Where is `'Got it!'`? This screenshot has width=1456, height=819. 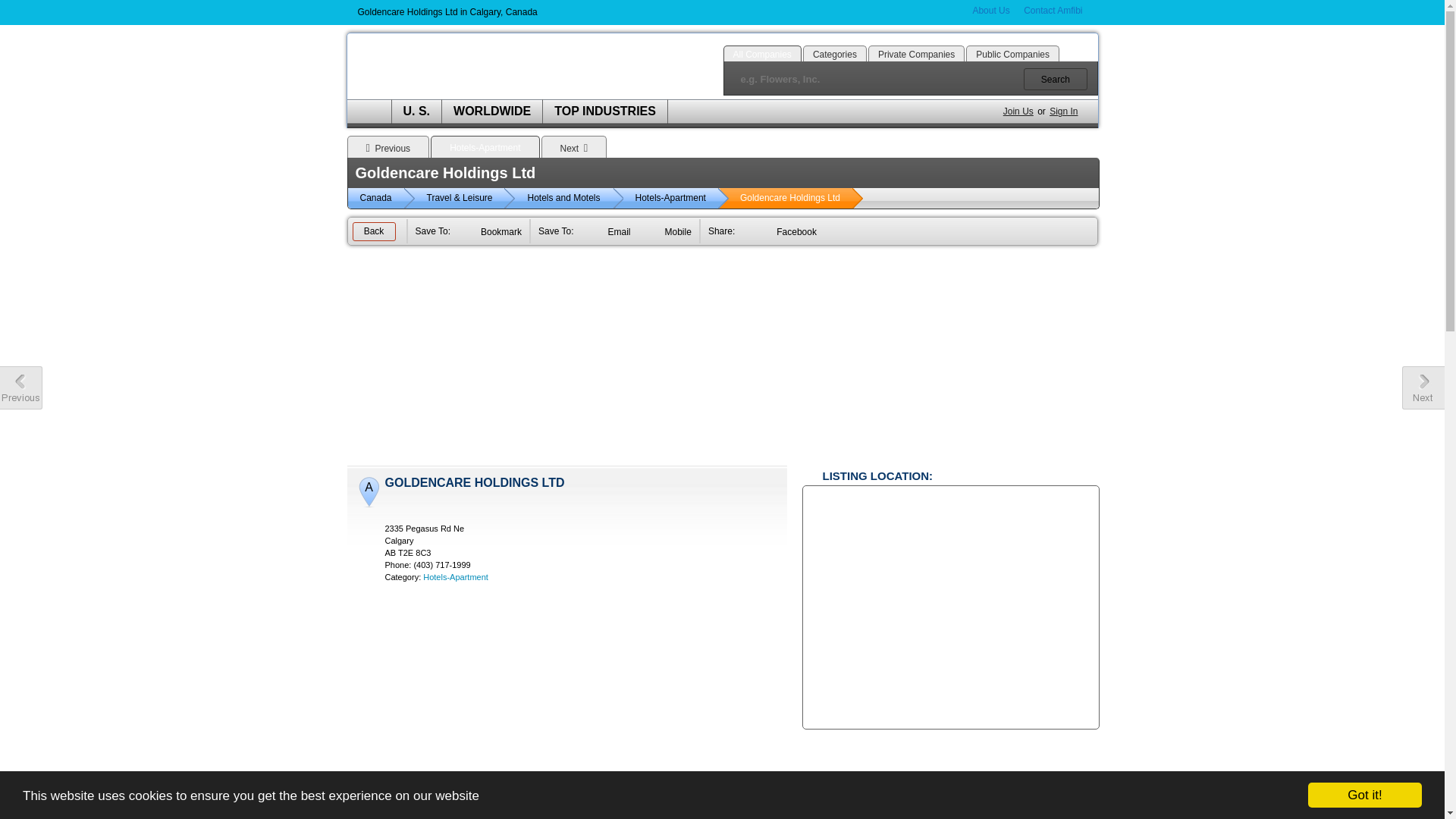 'Got it!' is located at coordinates (1307, 794).